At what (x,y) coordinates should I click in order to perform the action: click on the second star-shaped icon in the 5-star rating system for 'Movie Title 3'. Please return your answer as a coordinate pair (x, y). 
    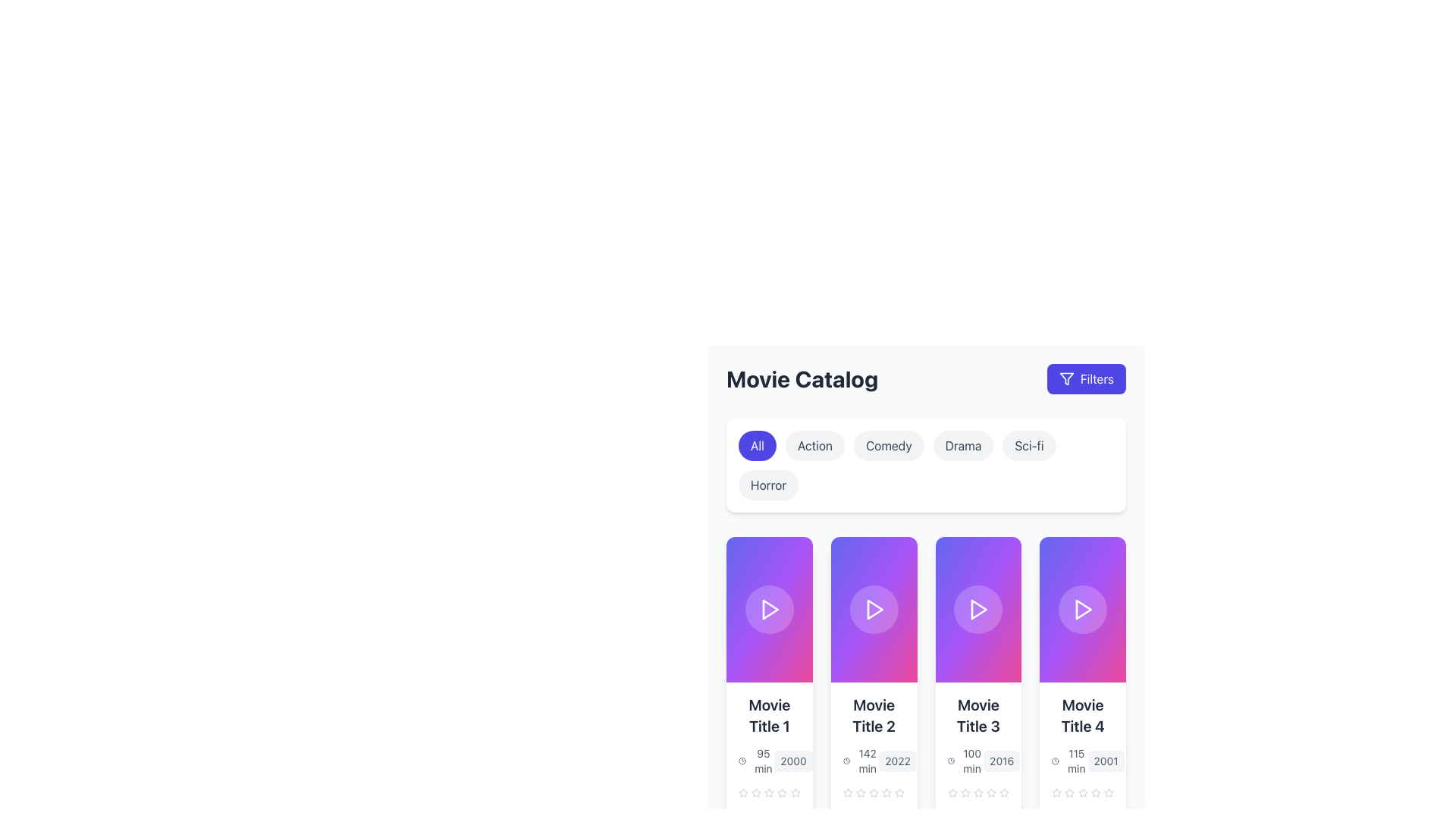
    Looking at the image, I should click on (978, 792).